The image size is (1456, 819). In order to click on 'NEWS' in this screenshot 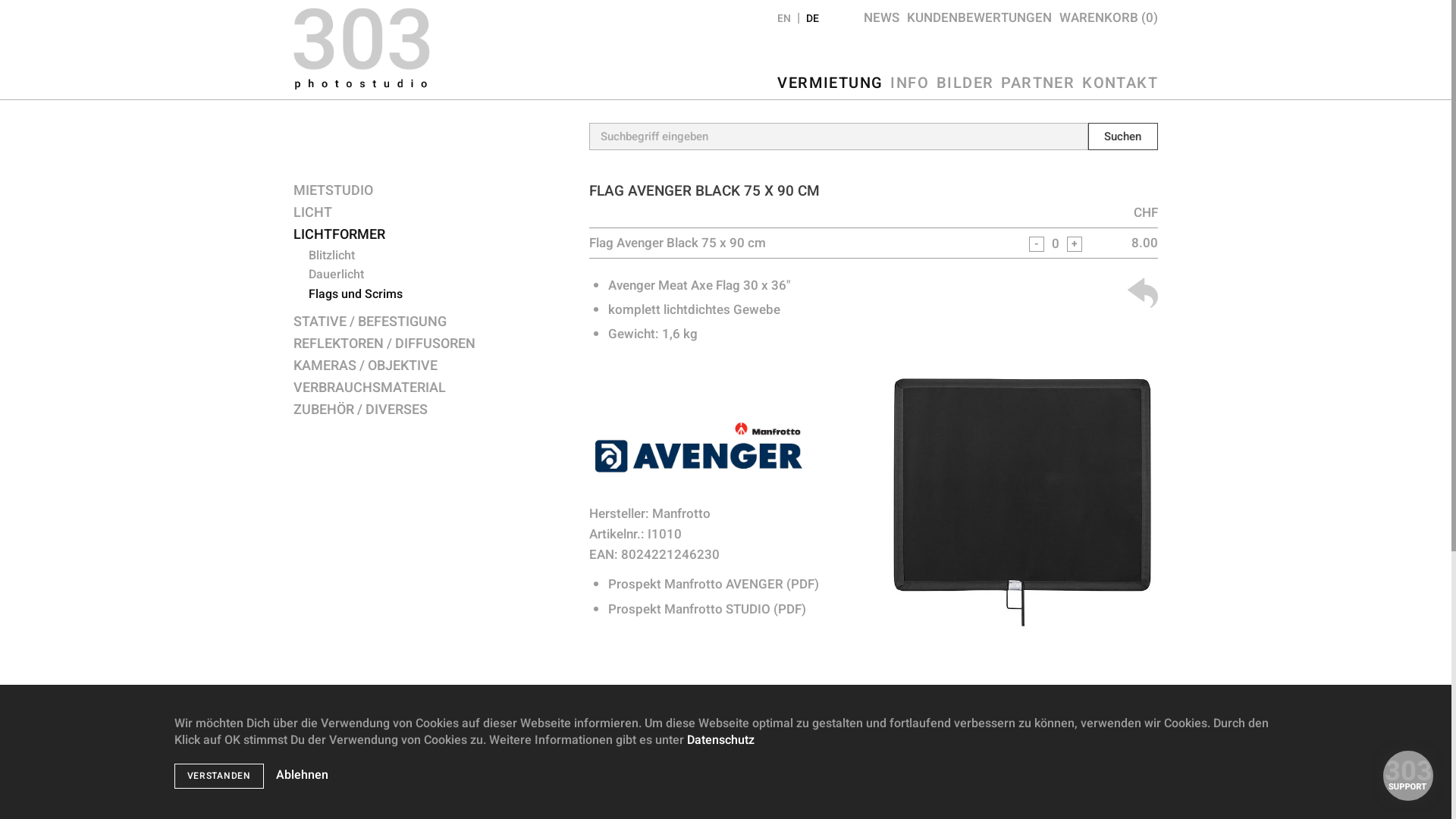, I will do `click(881, 17)`.